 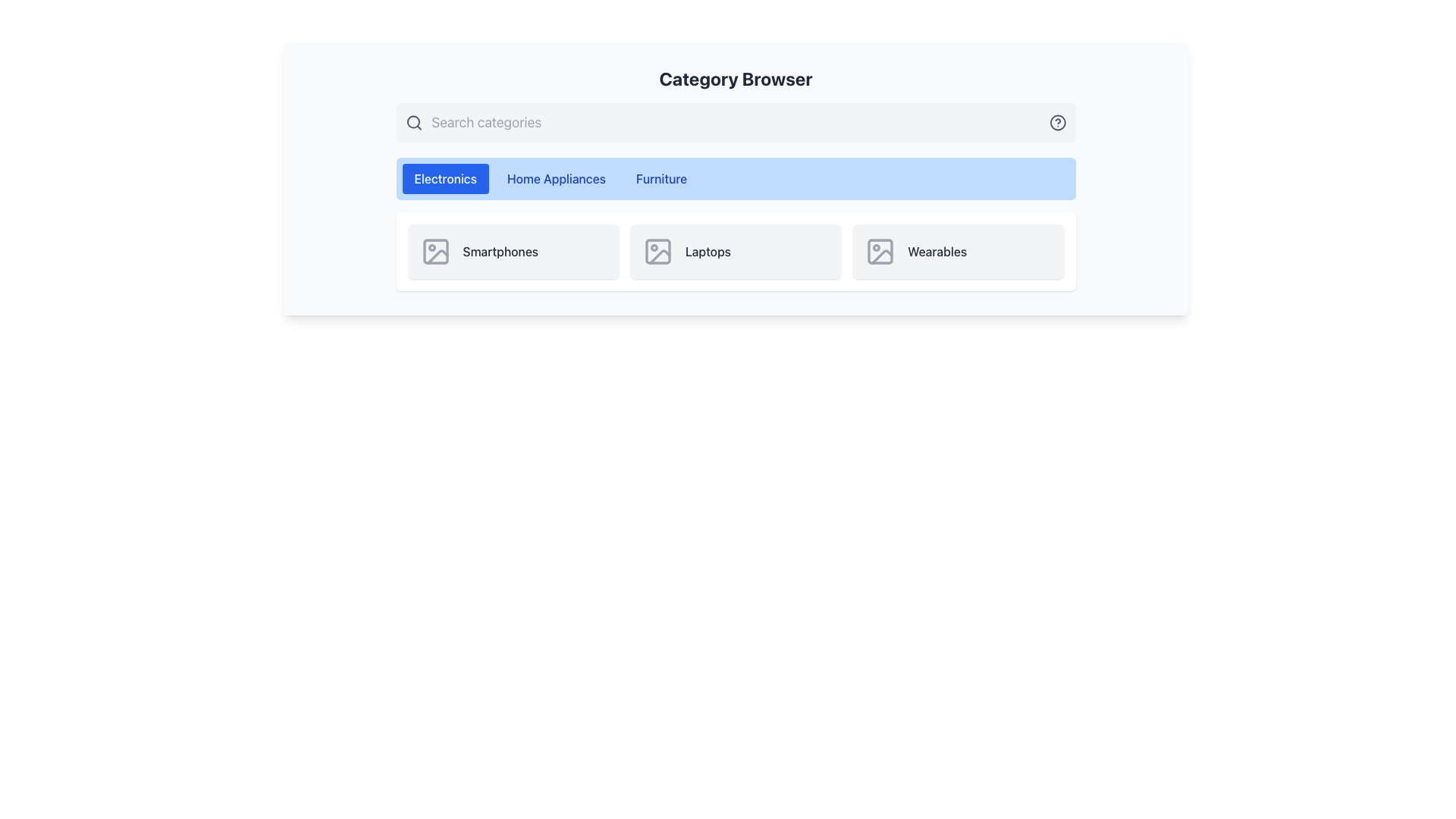 I want to click on the decorative rectangle with rounded corners, filled with light gray color, located inside the image icon on the left side of the row of three image placeholders labeled 'Smartphones,' 'Laptops,' and 'Wearables.', so click(x=435, y=250).